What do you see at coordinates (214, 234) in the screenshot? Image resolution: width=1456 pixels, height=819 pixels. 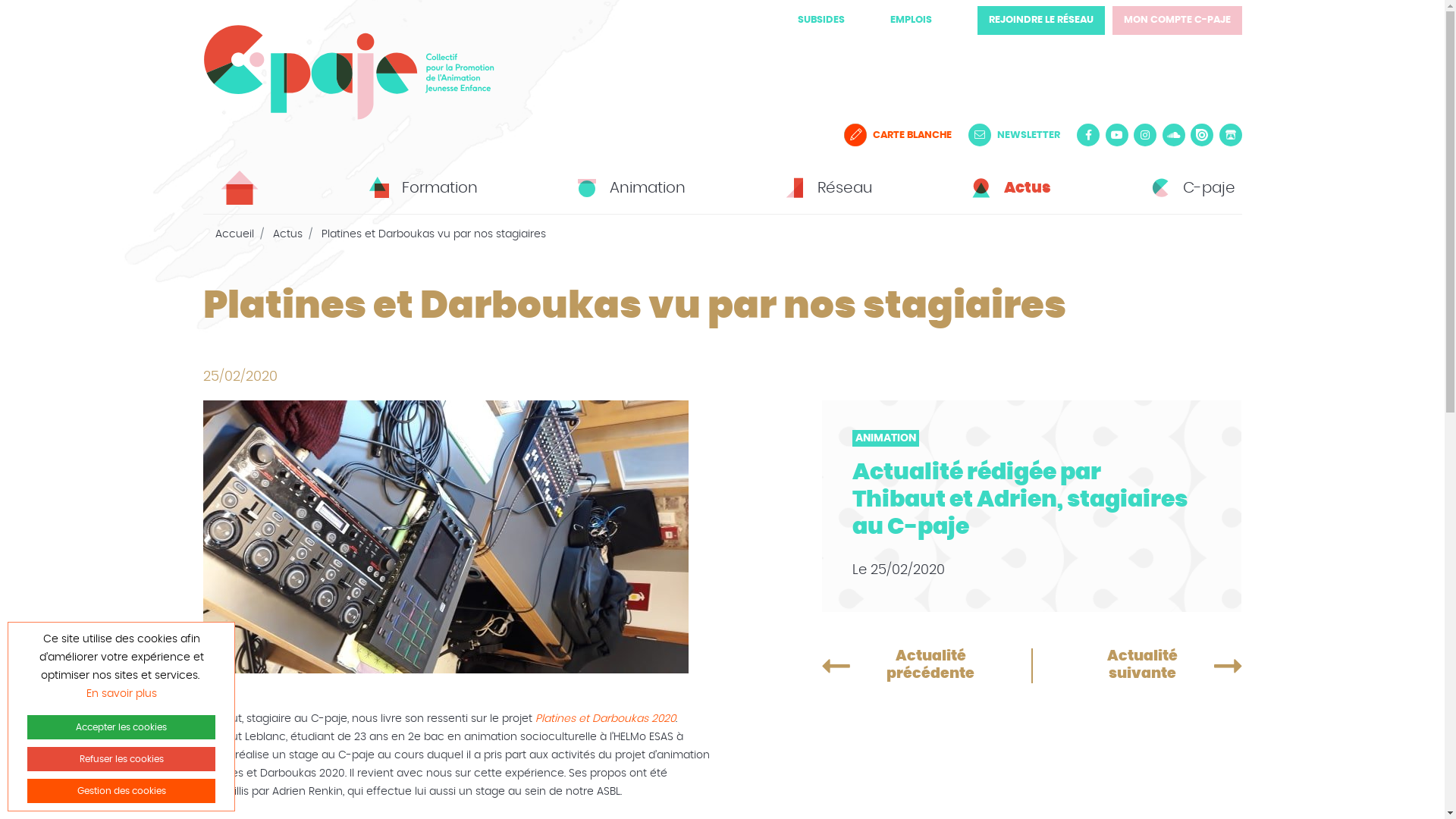 I see `'Accueil'` at bounding box center [214, 234].